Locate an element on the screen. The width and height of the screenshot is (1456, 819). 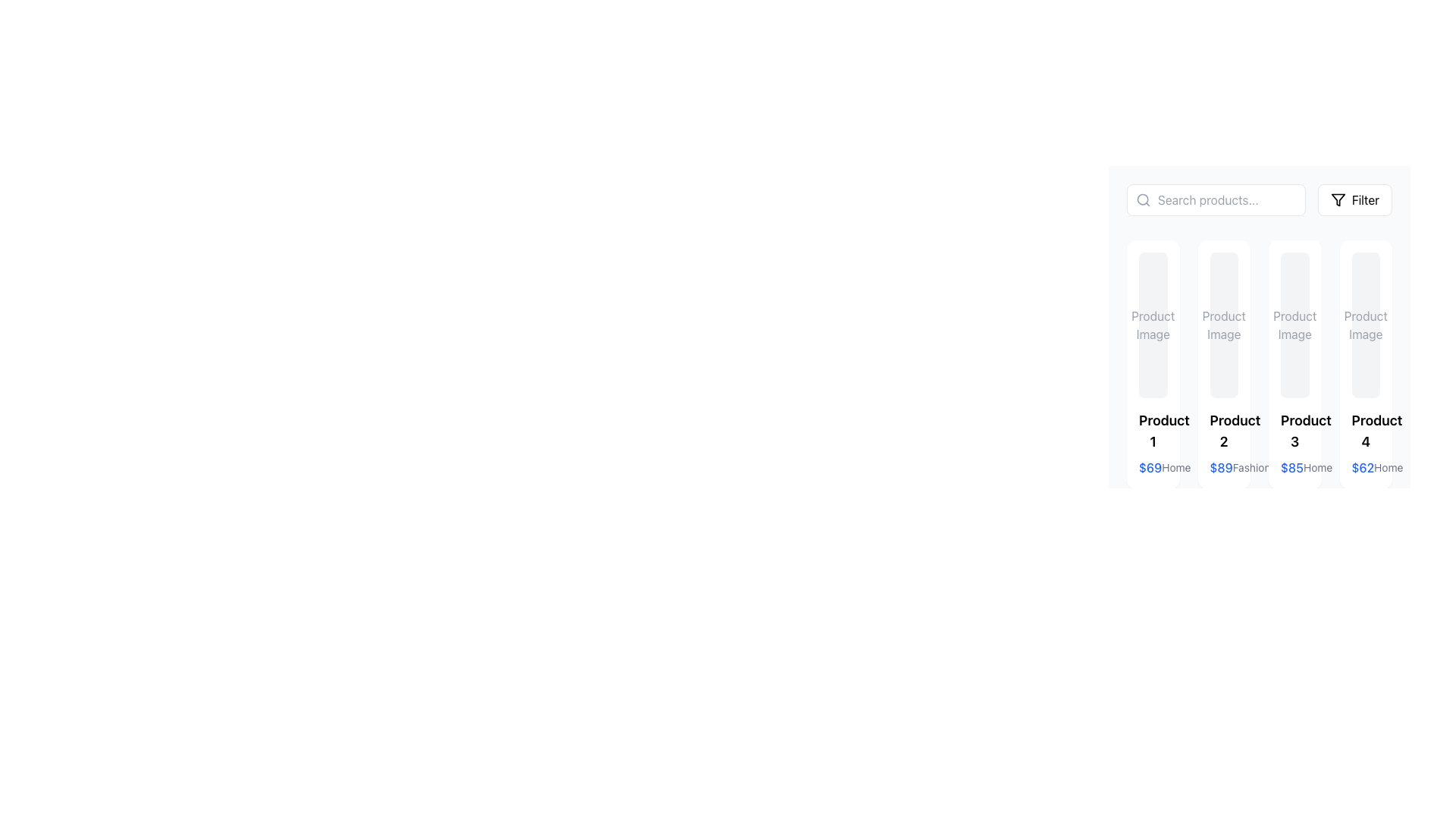
the text label that serves as a category or tag descriptor for the product, located to the right of the price '$62' in the product information section of 'Product 4' is located at coordinates (1389, 467).